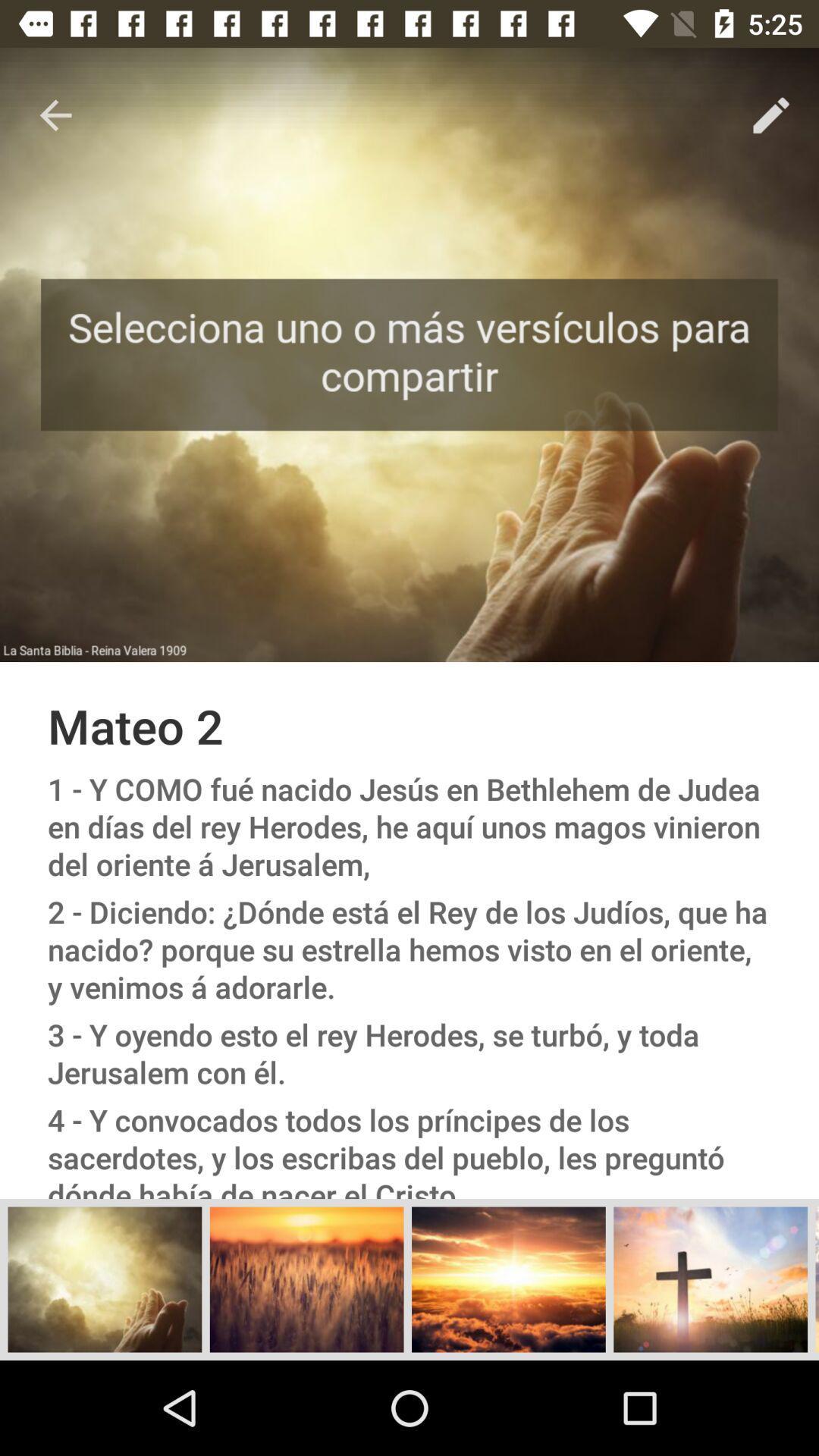  I want to click on the 4 y convocados item, so click(409, 1147).